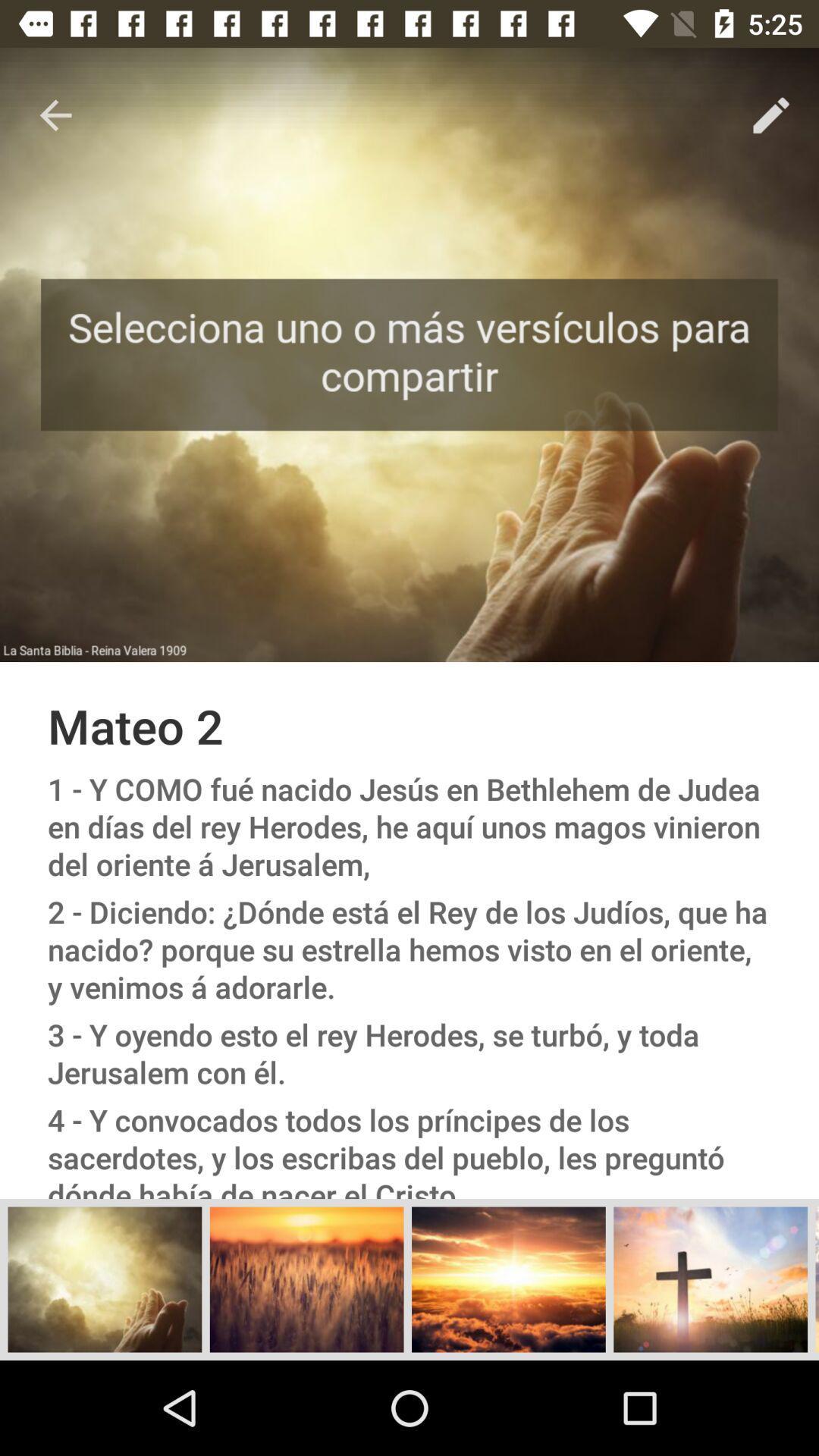  I want to click on the 4 y convocados item, so click(409, 1147).